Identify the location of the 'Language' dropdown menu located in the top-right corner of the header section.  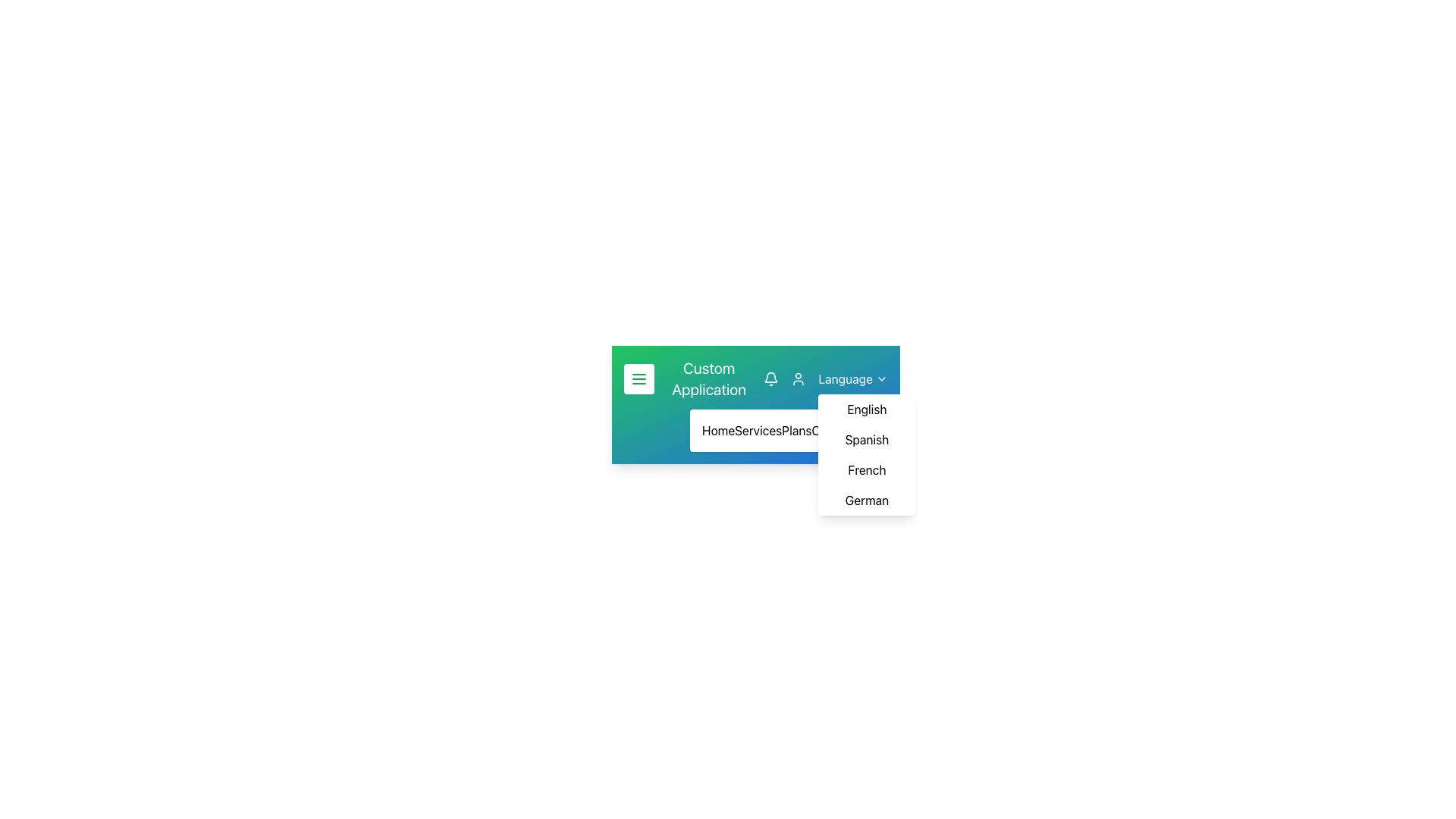
(825, 378).